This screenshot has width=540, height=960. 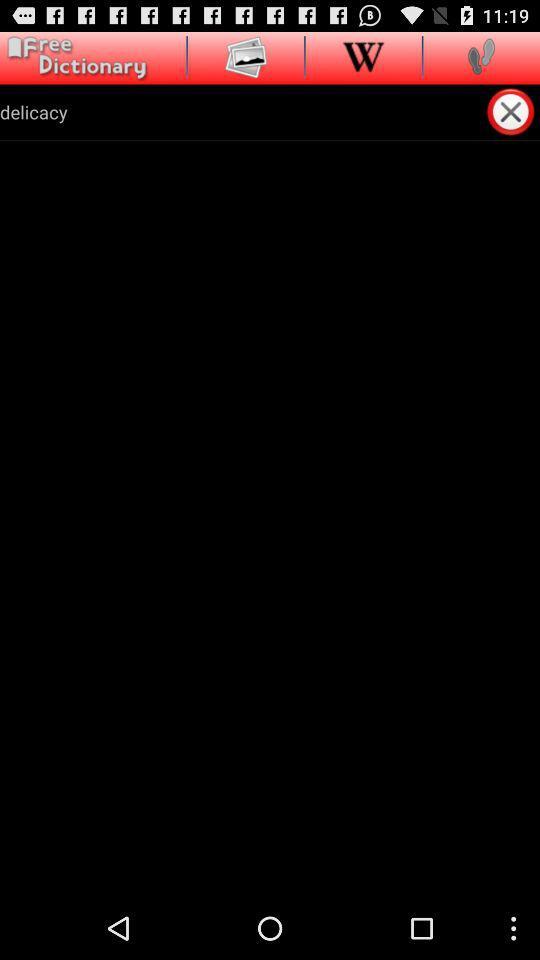 What do you see at coordinates (512, 111) in the screenshot?
I see `remove search term` at bounding box center [512, 111].